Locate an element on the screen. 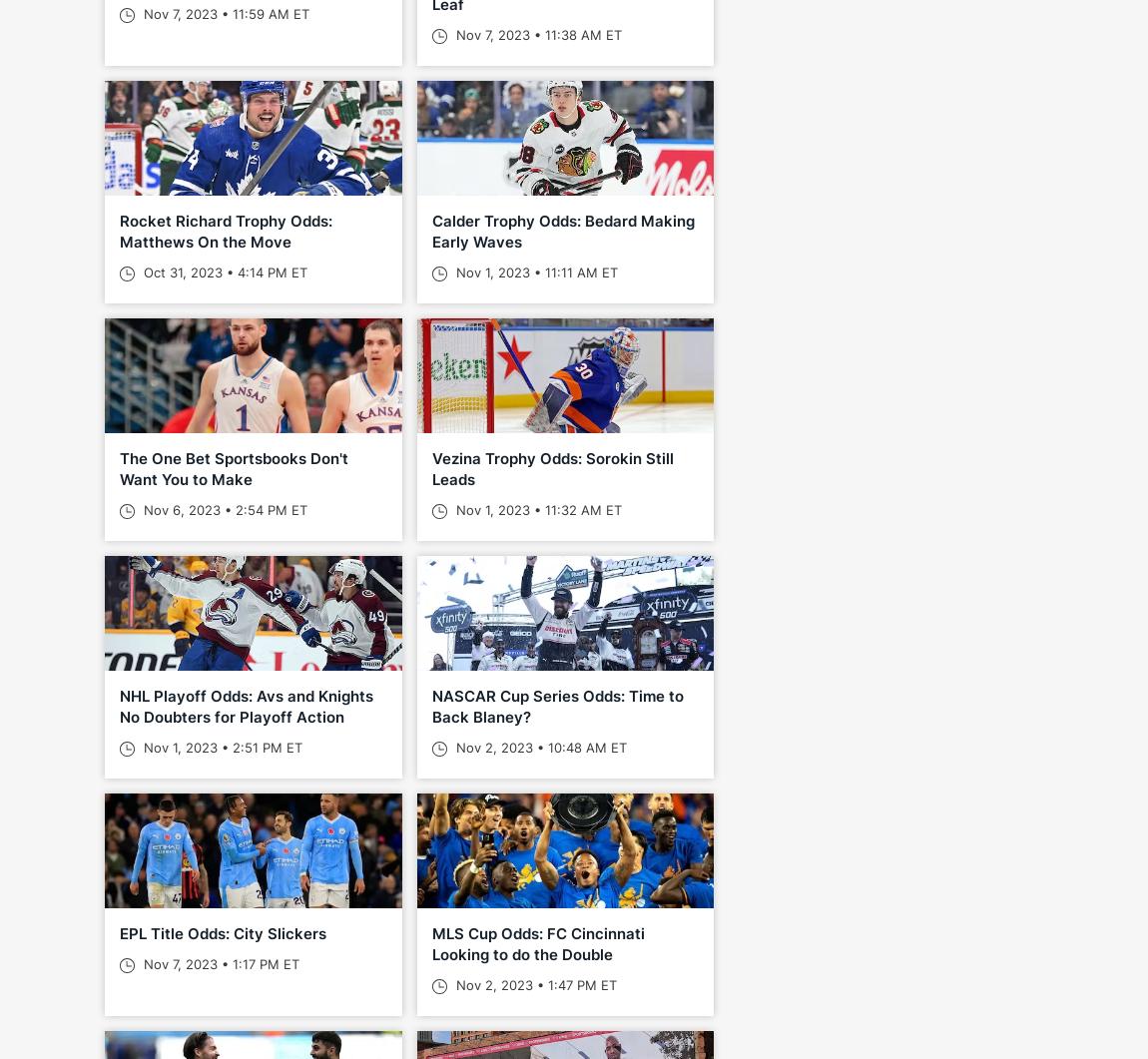 Image resolution: width=1148 pixels, height=1059 pixels. 'Nov 1, 2023 • 11:11 AM ET' is located at coordinates (533, 270).